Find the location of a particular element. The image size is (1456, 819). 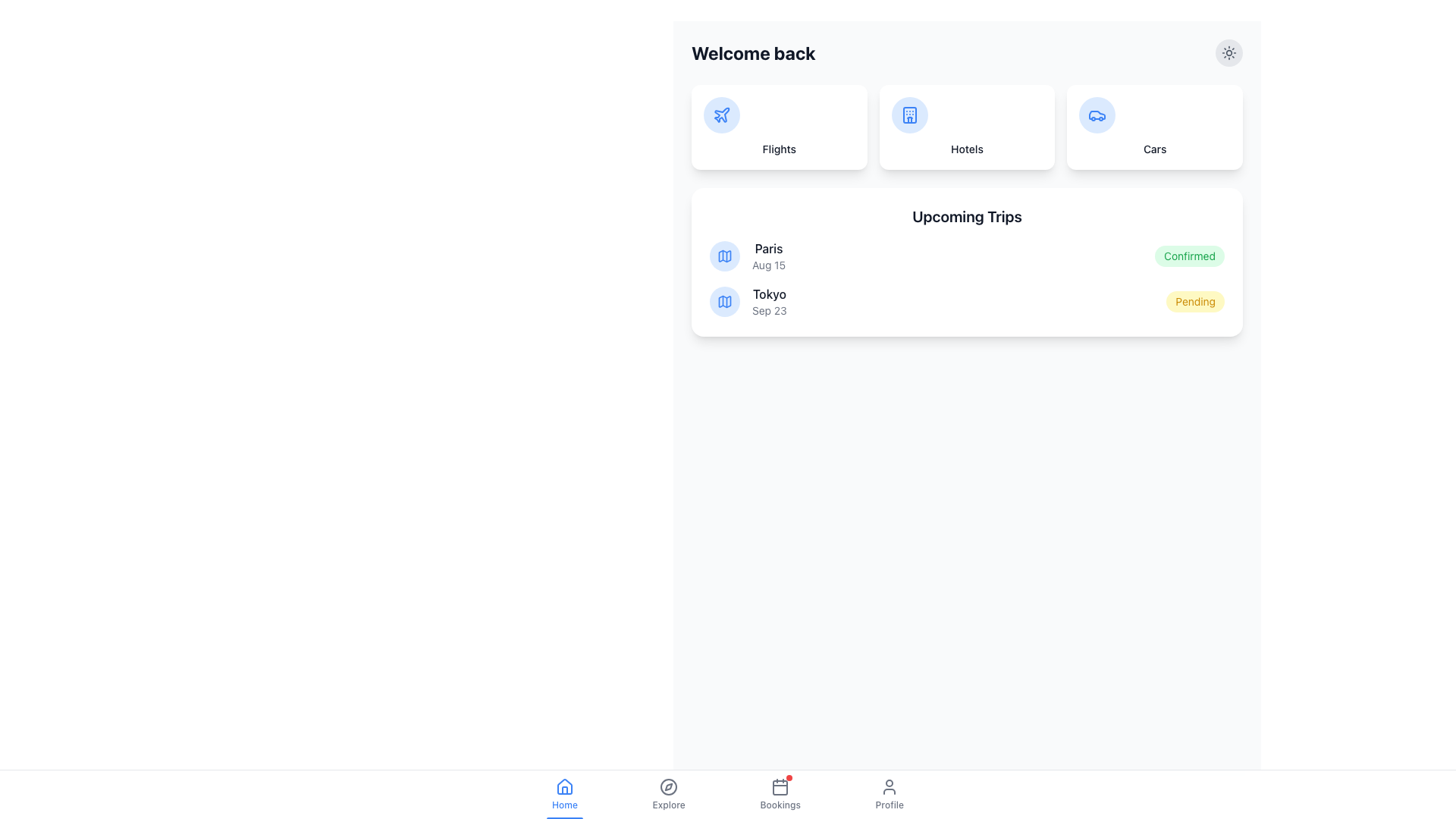

the informational text in the 'Upcoming Trips' section that displays details of the trip, specifically the first row above the entry for 'Tokyo', which has a green 'Confirmed' badge to its right is located at coordinates (747, 256).